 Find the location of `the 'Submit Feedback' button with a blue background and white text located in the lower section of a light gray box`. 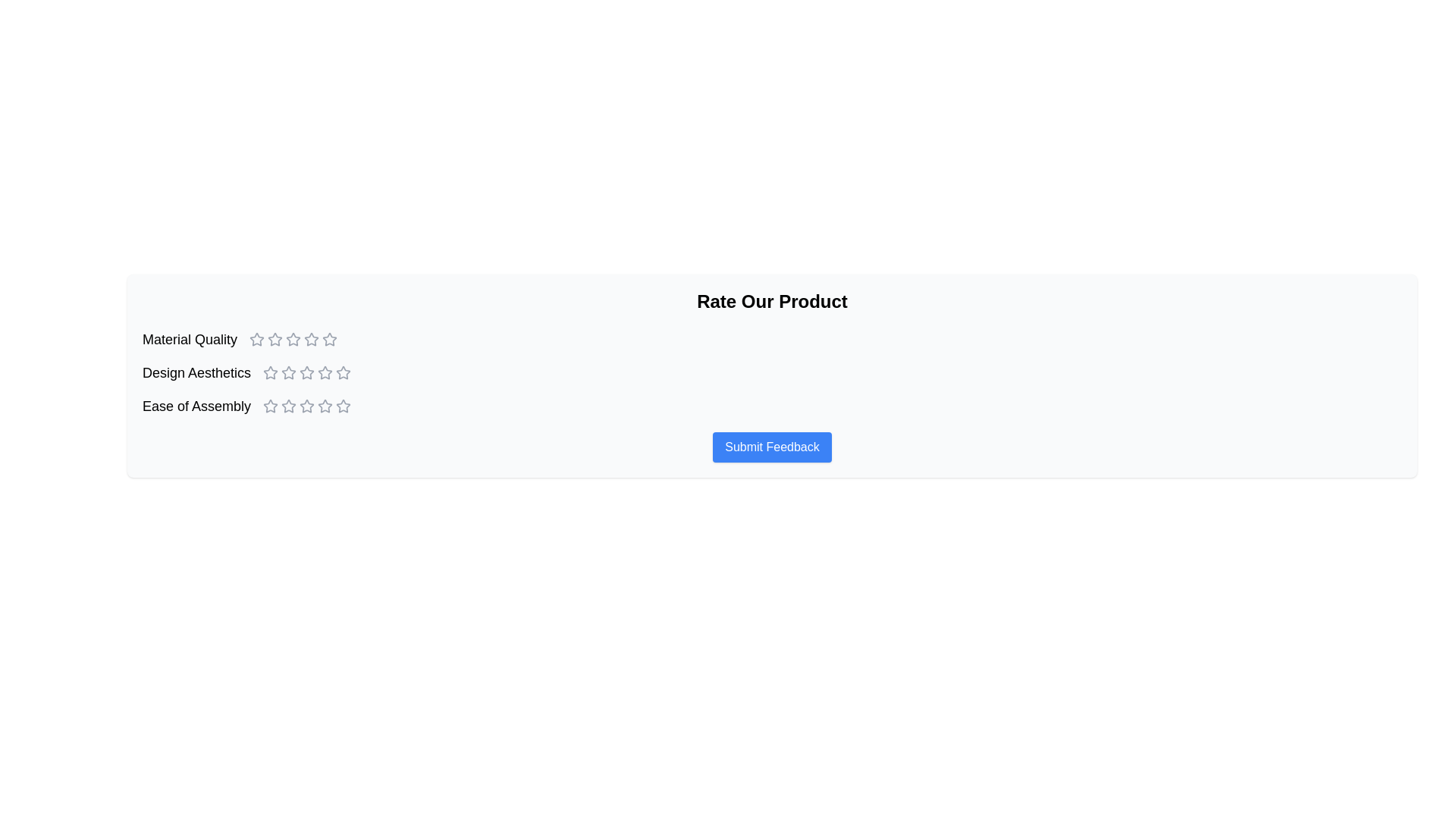

the 'Submit Feedback' button with a blue background and white text located in the lower section of a light gray box is located at coordinates (772, 447).